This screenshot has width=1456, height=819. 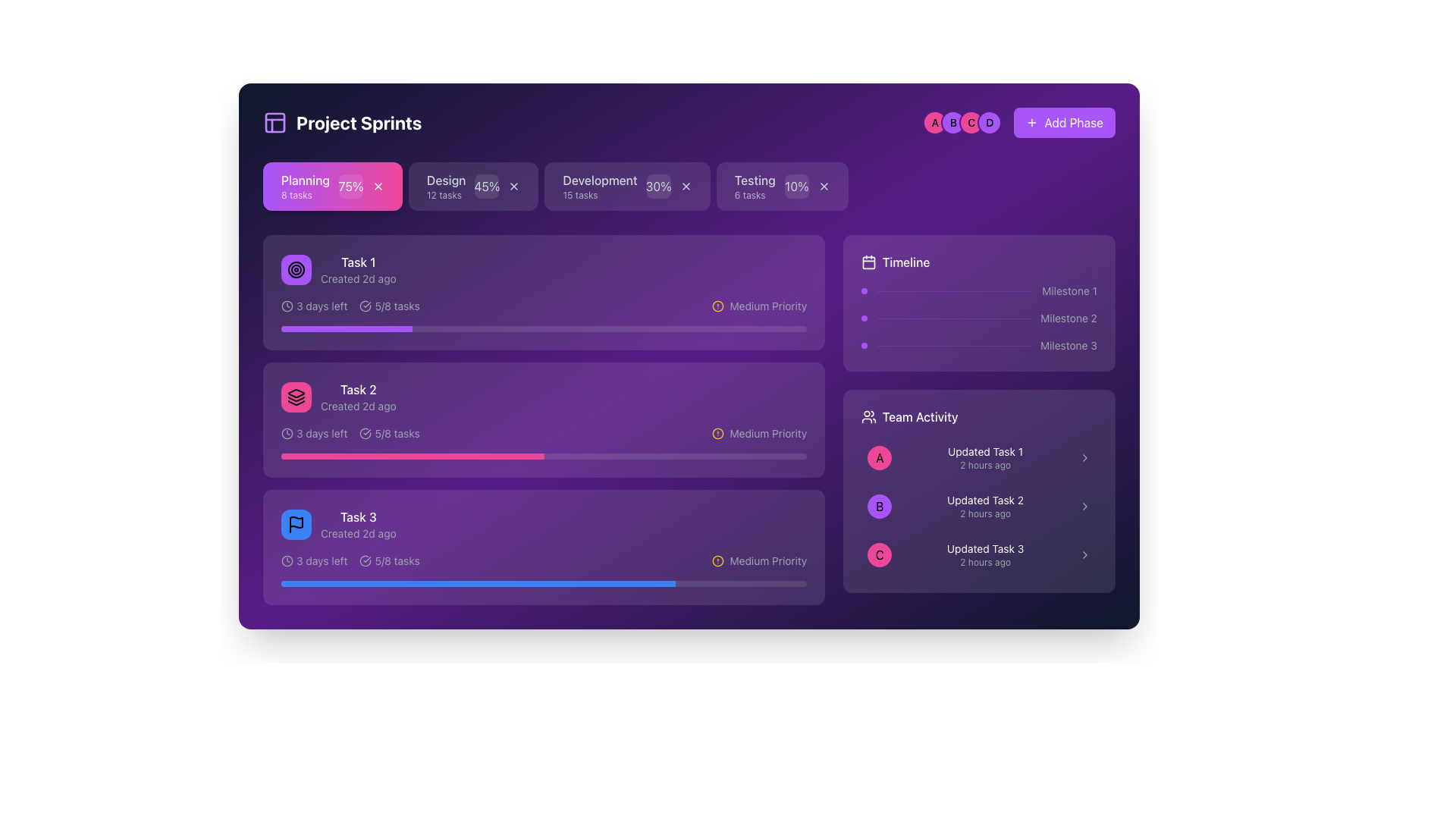 I want to click on percentage value displayed in the text-based progress indicator located in the Development section, which is the third component in the top bar, so click(x=658, y=186).